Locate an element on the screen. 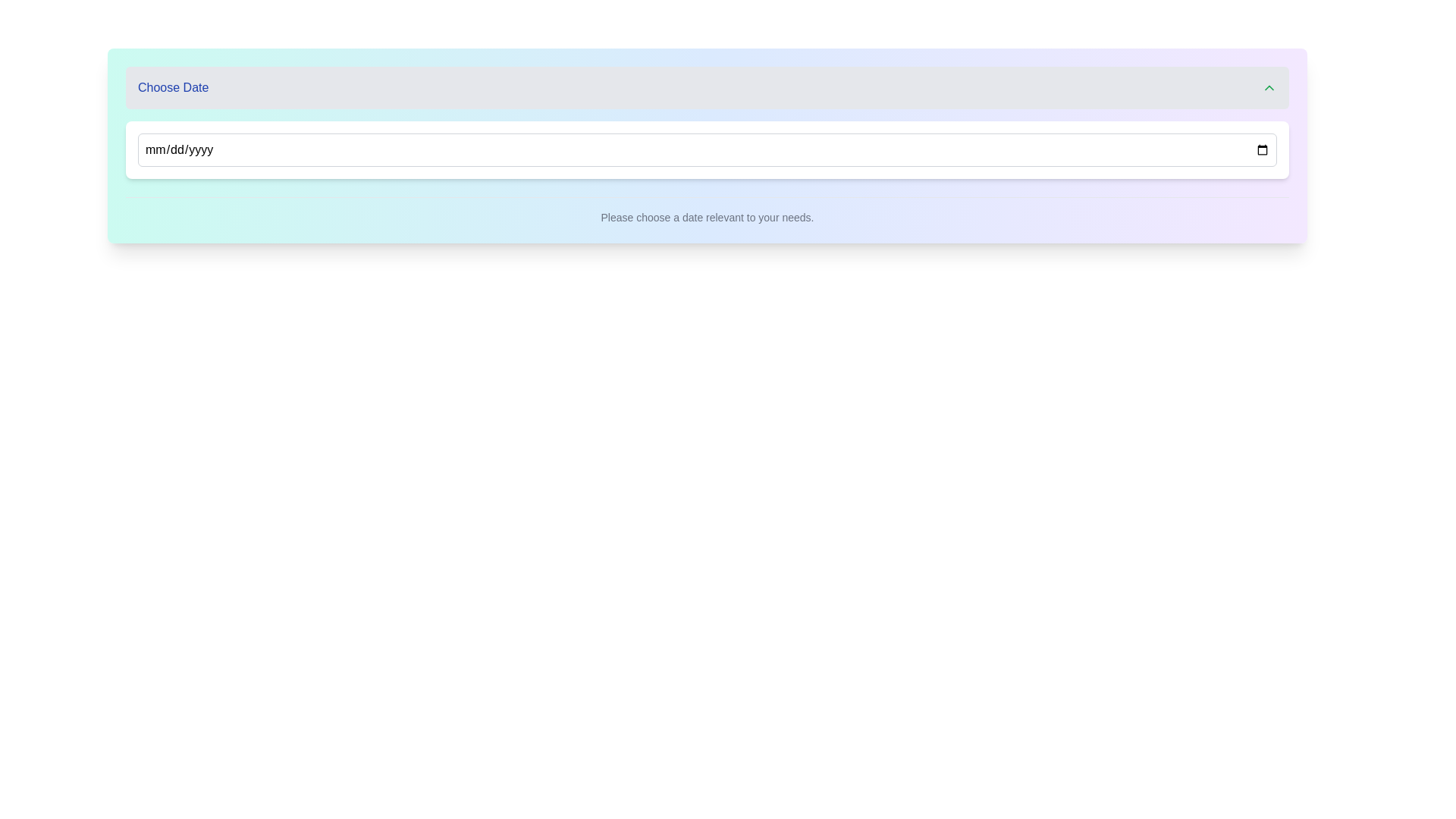  the upward-pointing chevron-shaped button in green color located at the rightmost side of the header bar within the 'Choose Date' section is located at coordinates (1269, 87).